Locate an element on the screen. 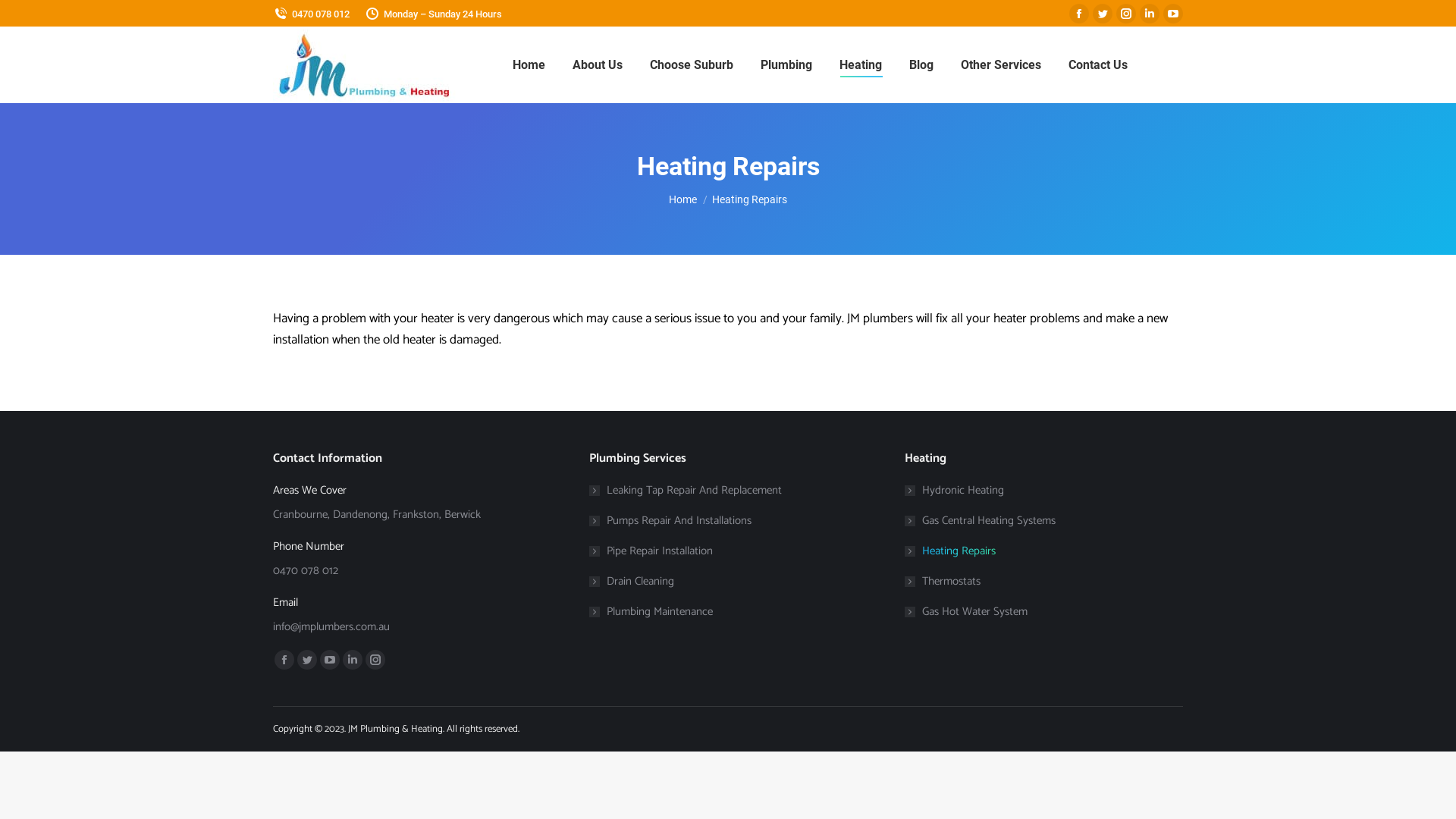 The width and height of the screenshot is (1456, 819). 'Choose Suburb' is located at coordinates (690, 64).